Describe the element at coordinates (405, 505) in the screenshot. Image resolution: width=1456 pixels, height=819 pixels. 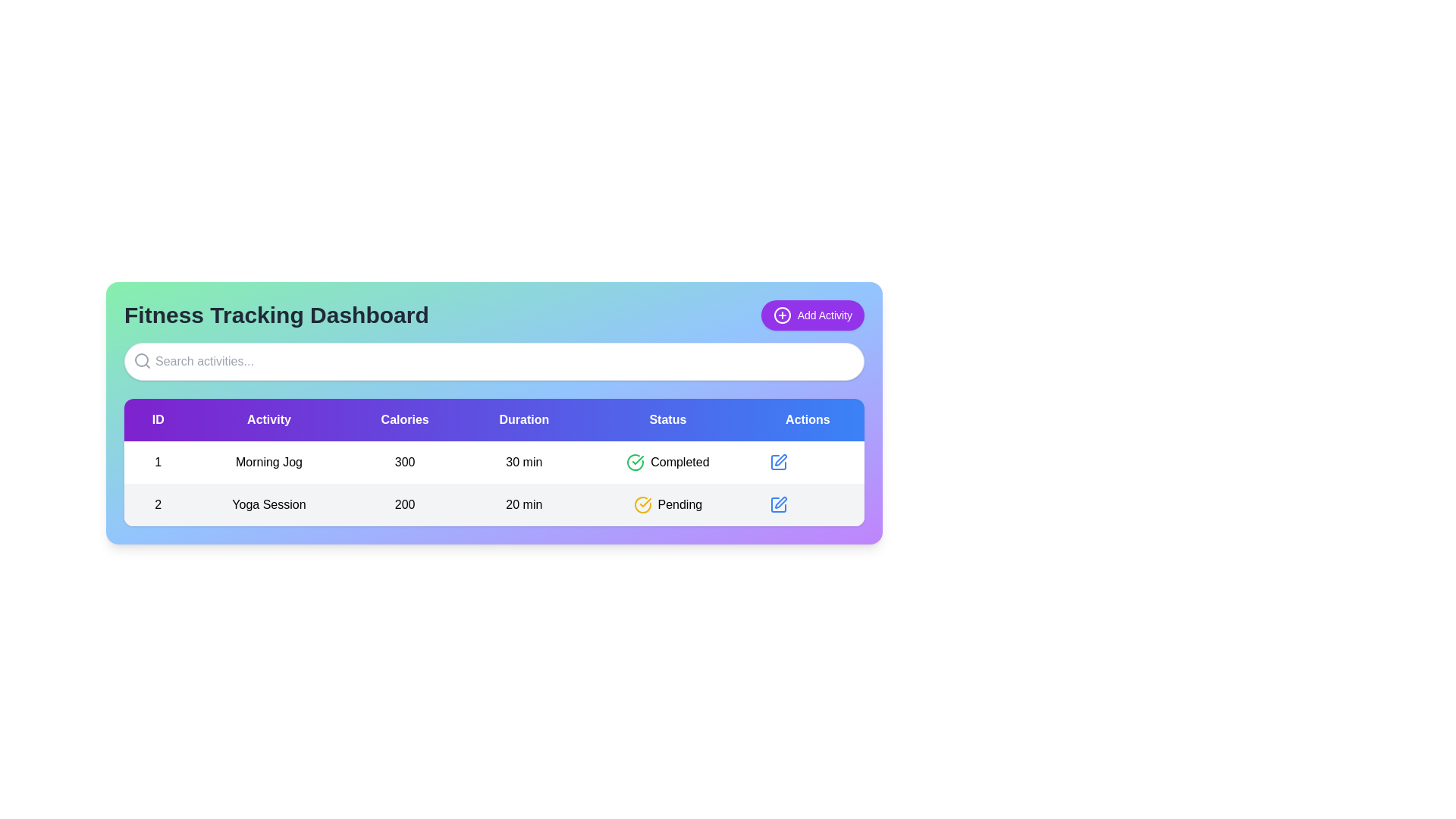
I see `the text display showing the number '200' in the second row of the table under 'Calories' and labeled 'Yoga Session'` at that location.